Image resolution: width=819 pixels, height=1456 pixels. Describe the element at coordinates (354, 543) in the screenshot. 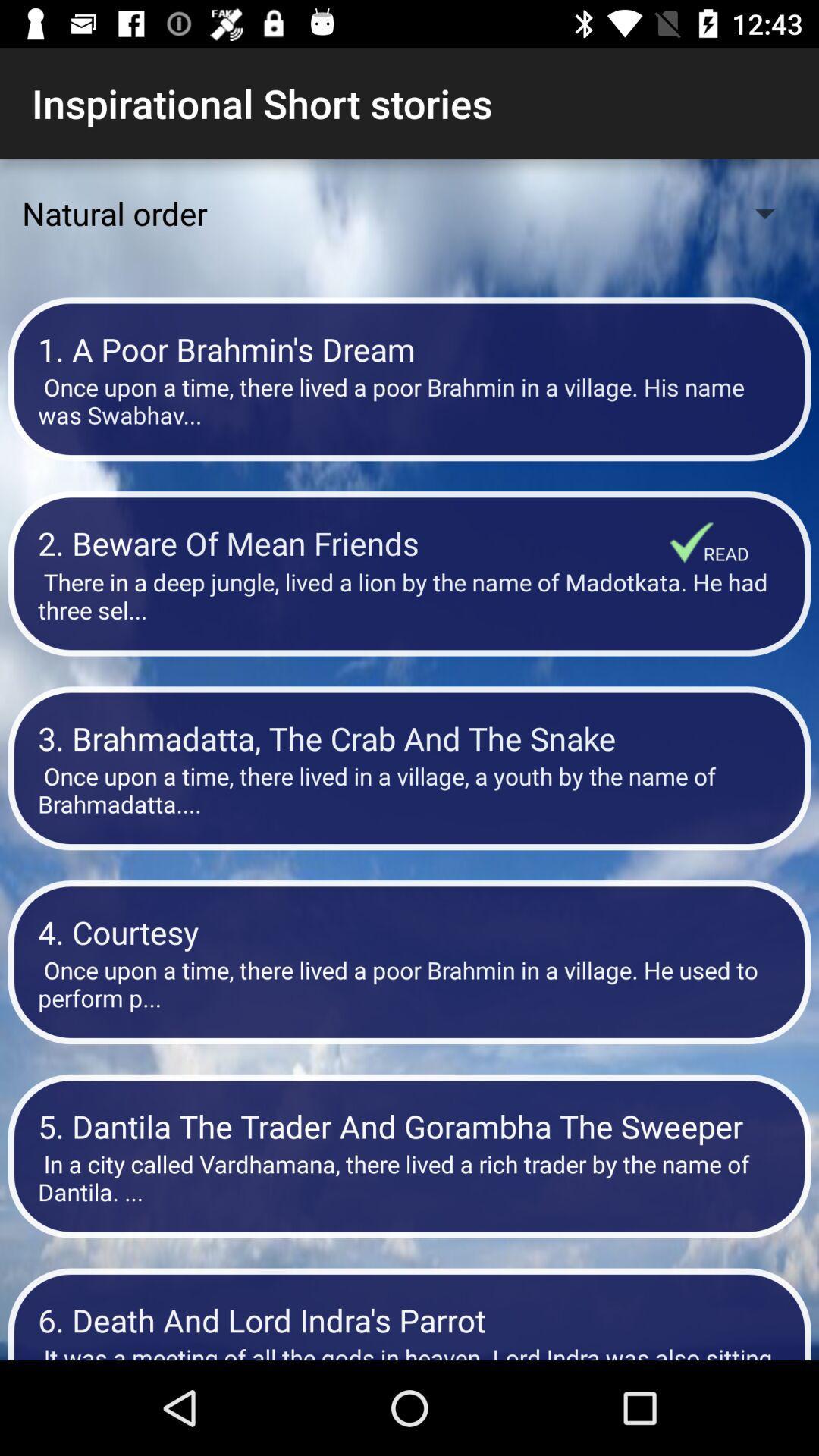

I see `item below once upon a item` at that location.